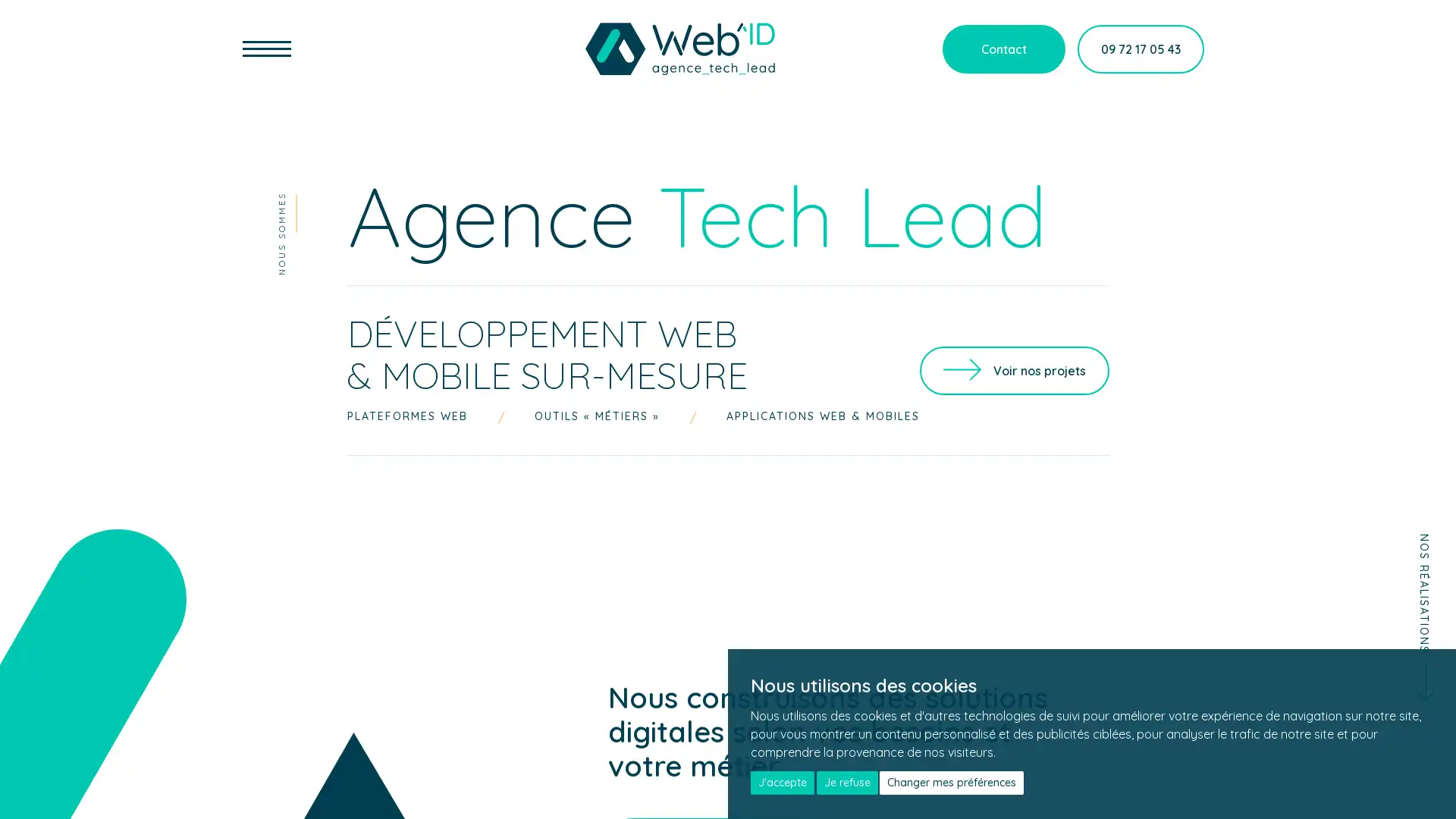 The width and height of the screenshot is (1456, 819). What do you see at coordinates (783, 782) in the screenshot?
I see `J'accepte` at bounding box center [783, 782].